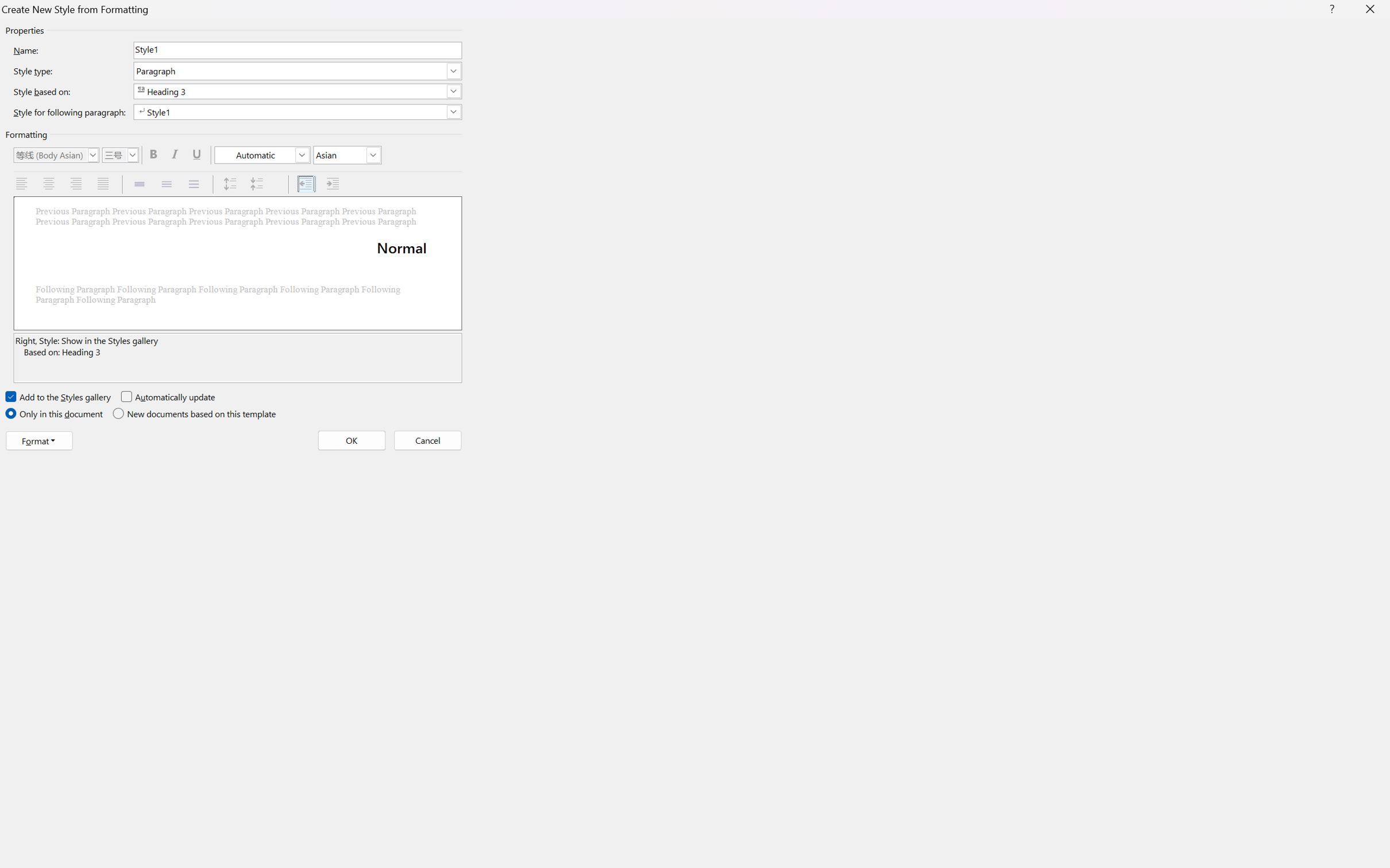 This screenshot has width=1390, height=868. What do you see at coordinates (58, 397) in the screenshot?
I see `'Add to the Styles gallery'` at bounding box center [58, 397].